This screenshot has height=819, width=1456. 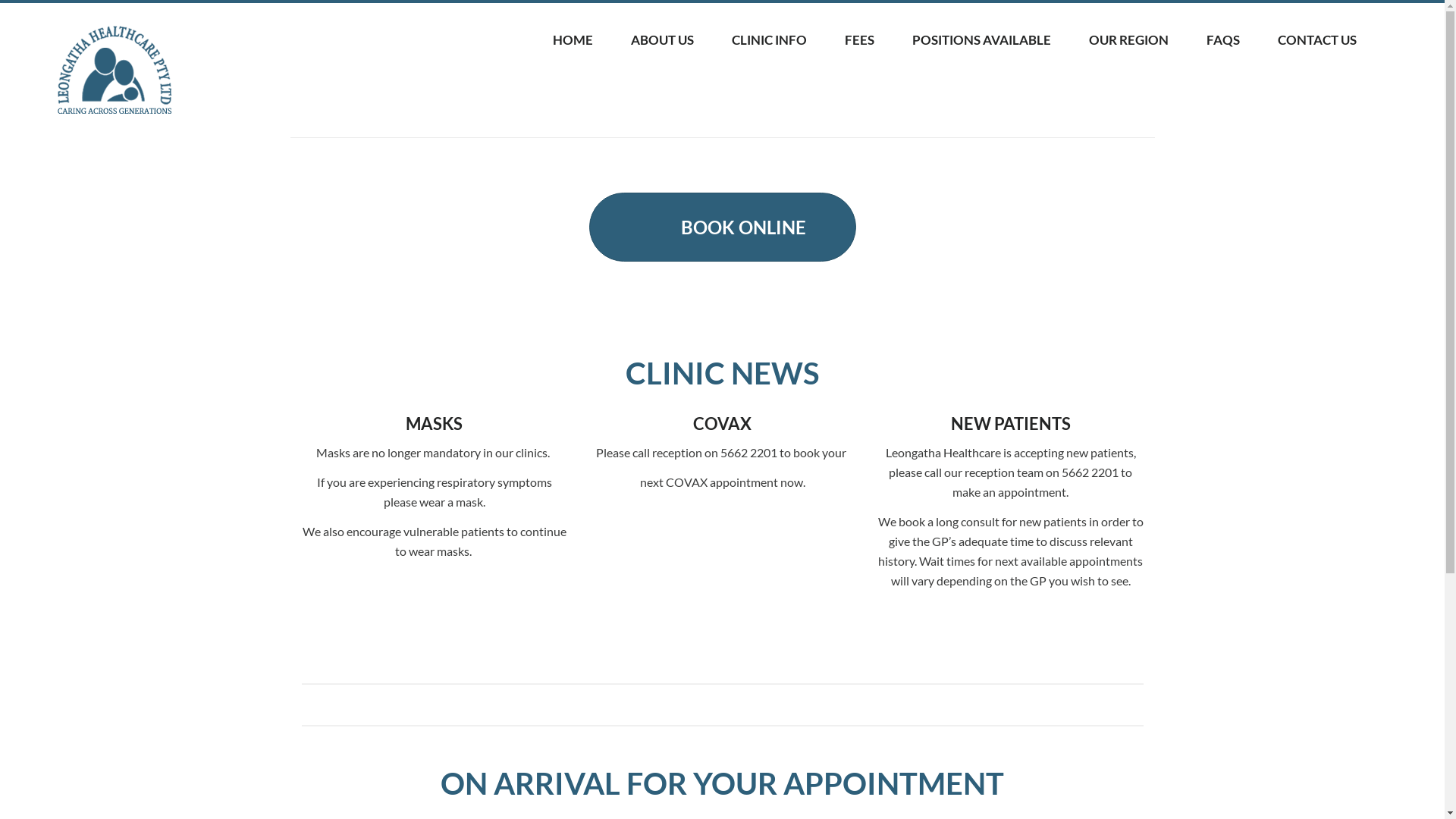 I want to click on 'CLINIC INFO', so click(x=712, y=39).